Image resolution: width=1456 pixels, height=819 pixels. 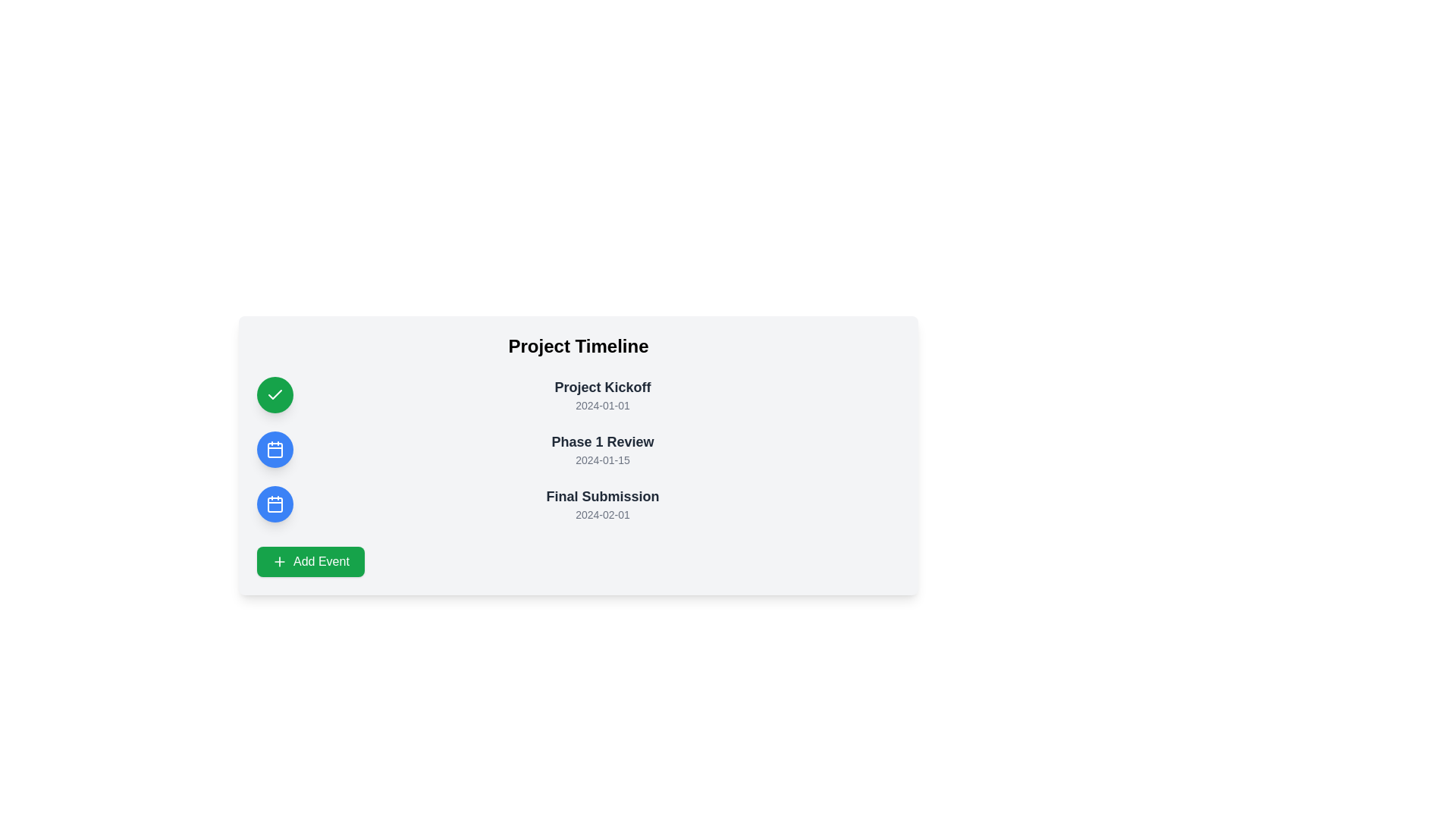 What do you see at coordinates (275, 449) in the screenshot?
I see `the blue circular button with a white calendar icon, located second from the top in a vertical stack, to interact with the associated phase` at bounding box center [275, 449].